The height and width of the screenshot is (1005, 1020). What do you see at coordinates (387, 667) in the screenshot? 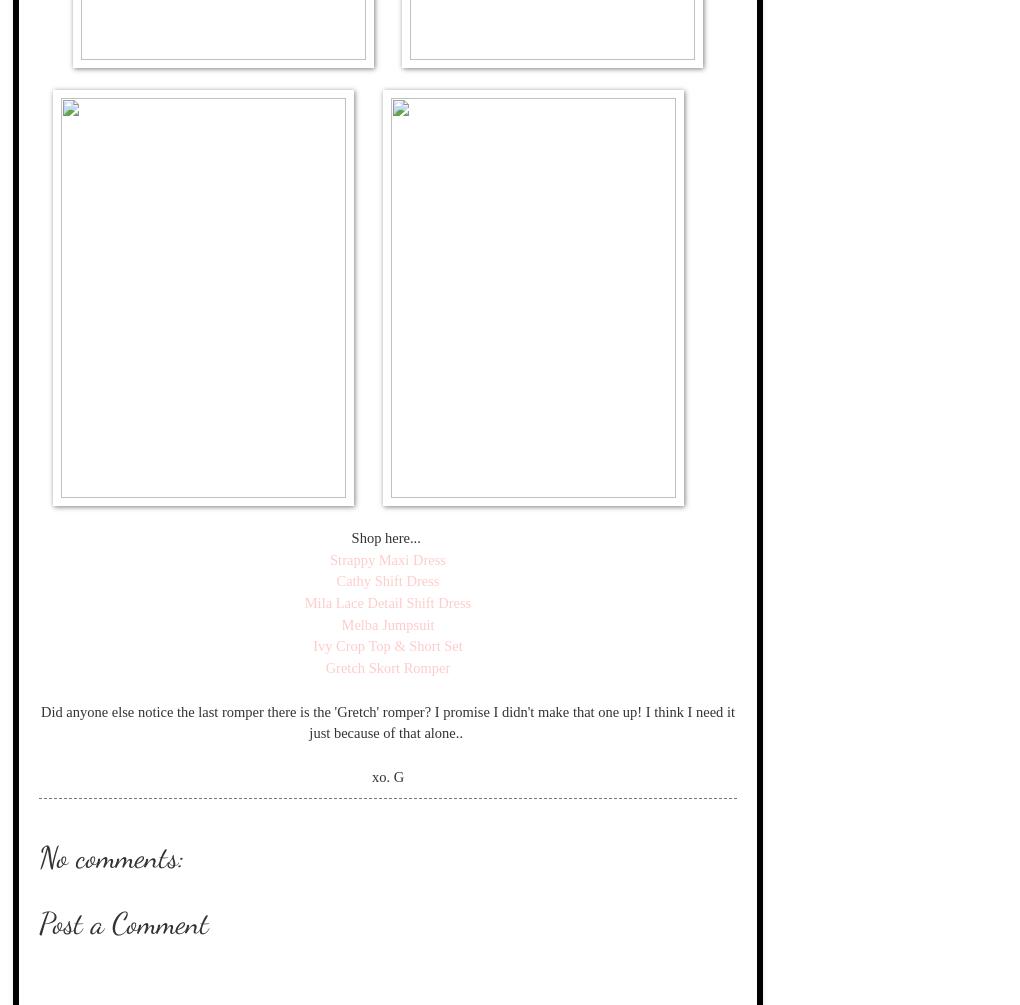
I see `'Gretch Skort Romper'` at bounding box center [387, 667].